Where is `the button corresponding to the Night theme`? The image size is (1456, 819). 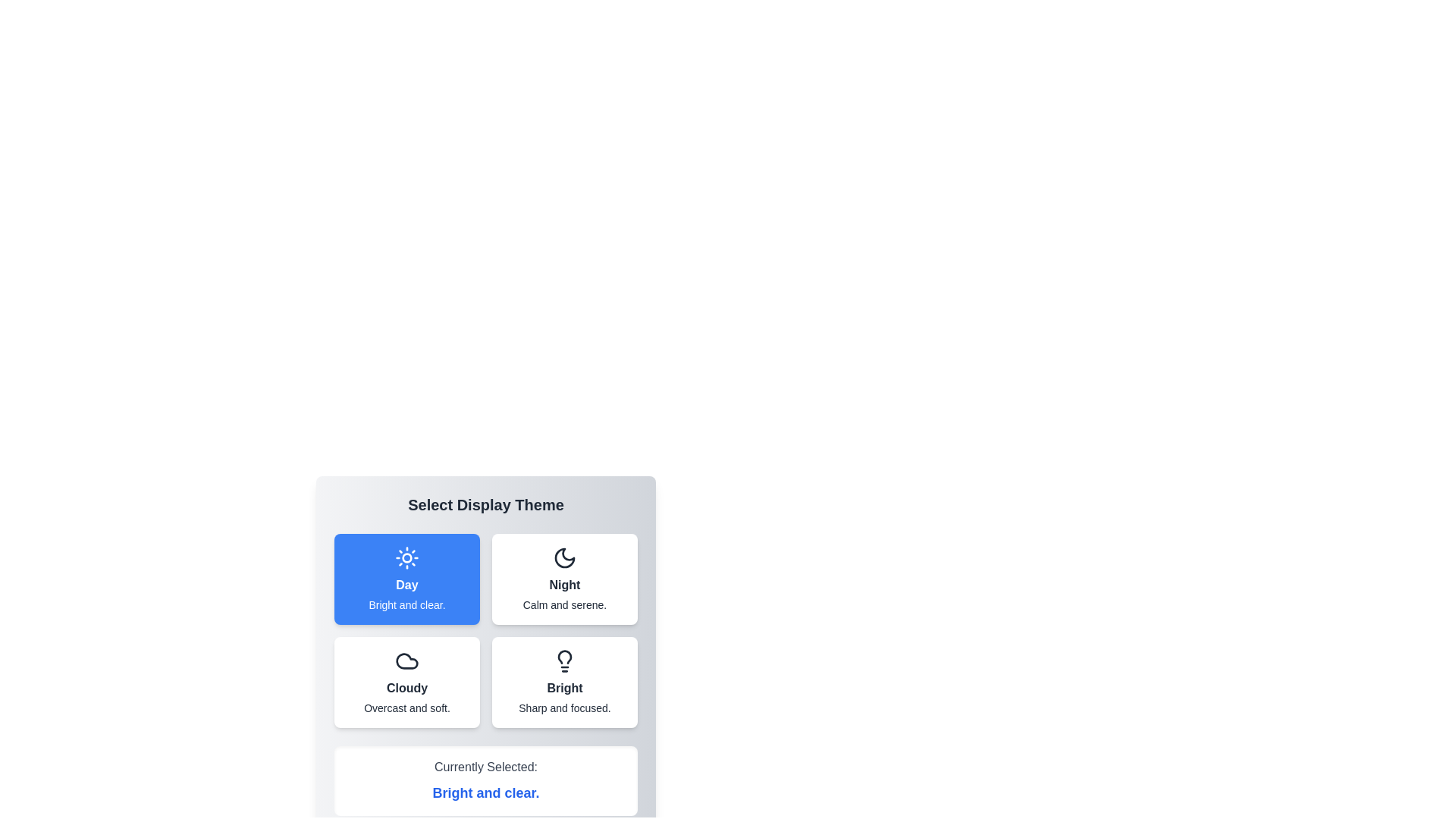
the button corresponding to the Night theme is located at coordinates (563, 579).